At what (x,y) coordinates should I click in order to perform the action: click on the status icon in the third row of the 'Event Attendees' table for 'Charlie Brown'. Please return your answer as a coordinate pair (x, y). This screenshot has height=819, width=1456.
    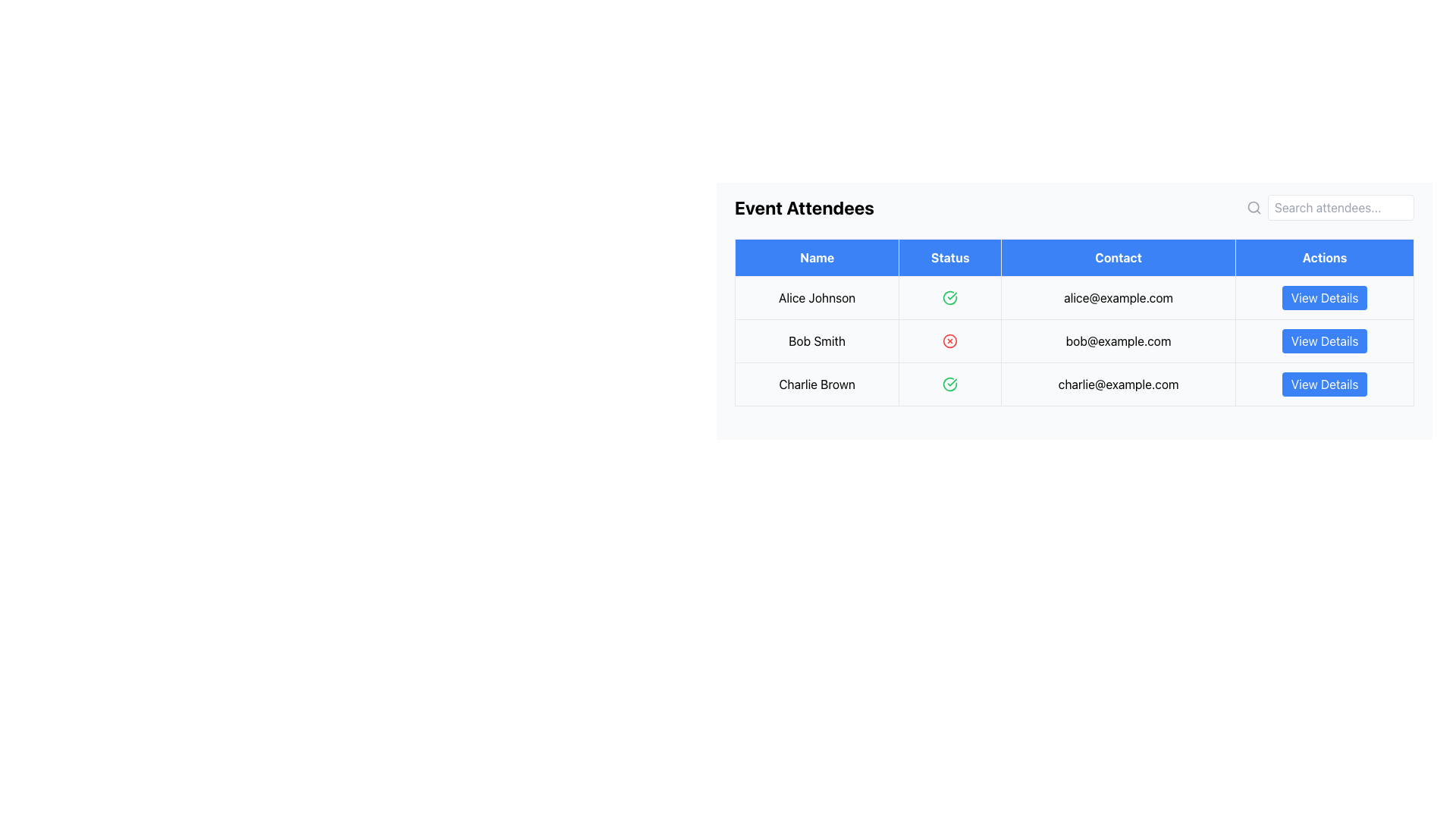
    Looking at the image, I should click on (949, 383).